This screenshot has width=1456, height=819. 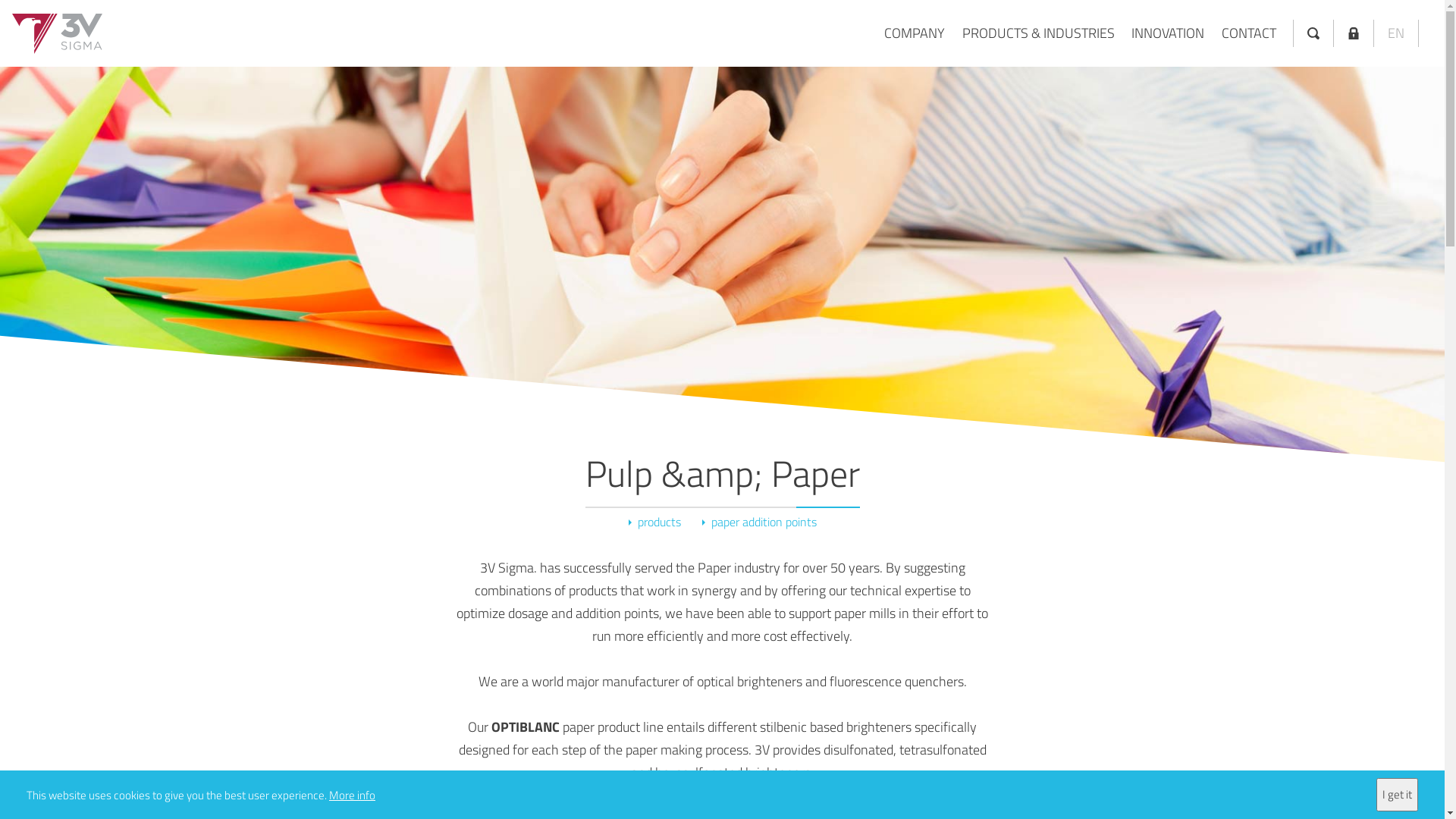 What do you see at coordinates (654, 521) in the screenshot?
I see `'products'` at bounding box center [654, 521].